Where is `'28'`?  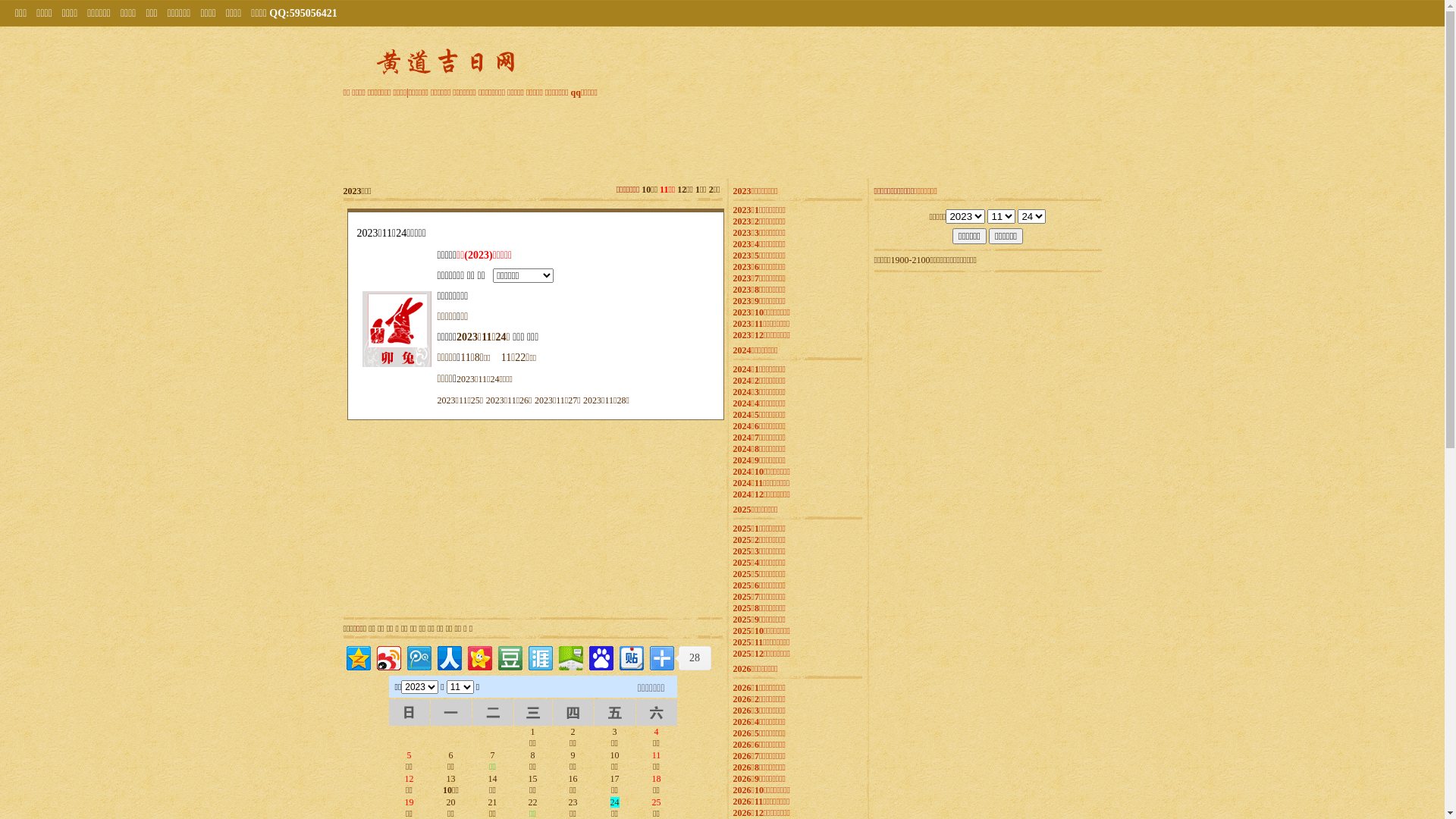 '28' is located at coordinates (692, 657).